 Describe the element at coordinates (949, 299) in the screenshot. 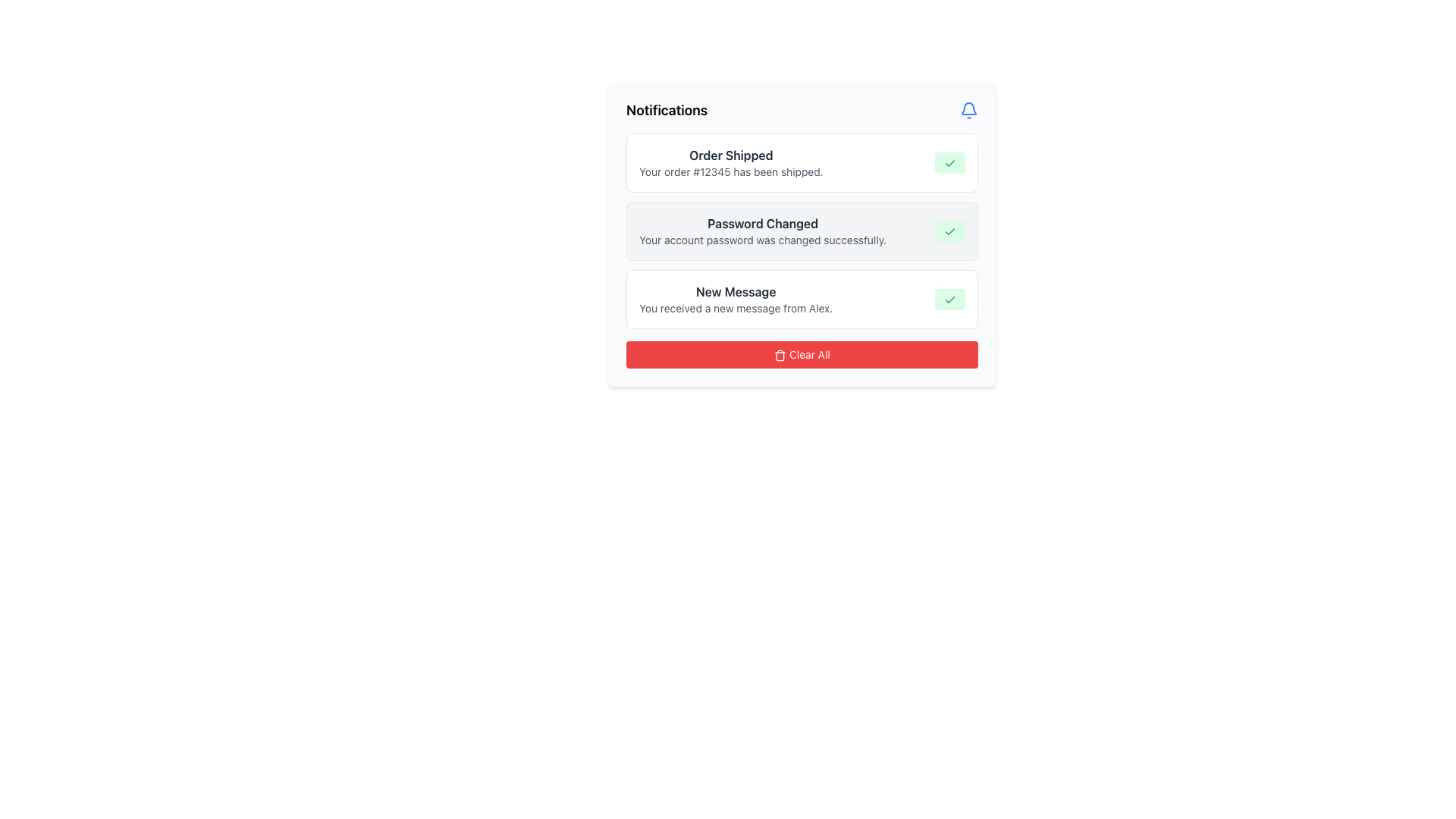

I see `the button located at the far-right end of the 'New Message' notification` at that location.